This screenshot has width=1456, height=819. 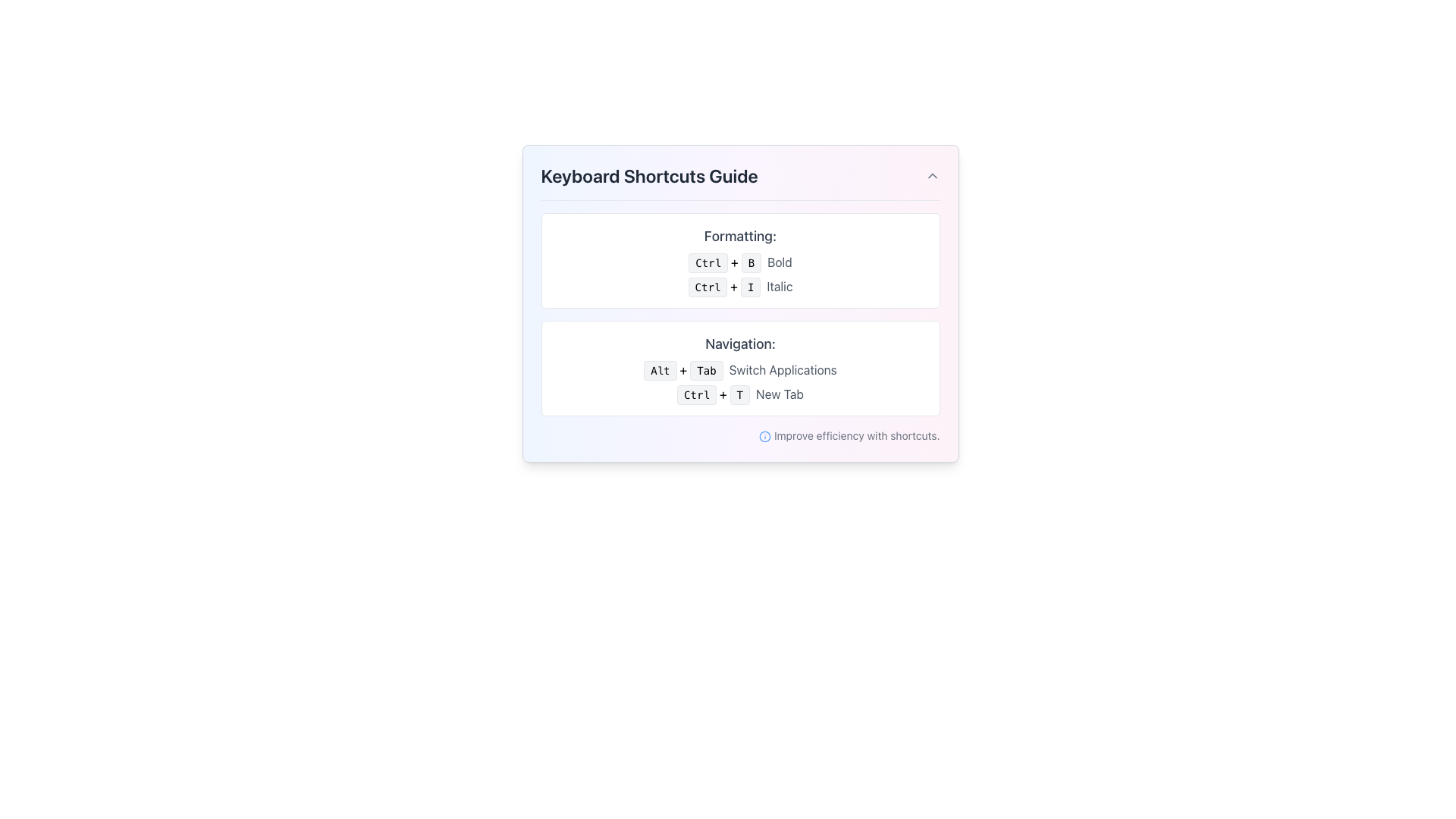 What do you see at coordinates (682, 370) in the screenshot?
I see `information displayed by the '+' character, which visually separates the keyboard shortcut 'Alt' and 'Tab' in the context of the 'Alt+TabSwitch Applications' instruction` at bounding box center [682, 370].